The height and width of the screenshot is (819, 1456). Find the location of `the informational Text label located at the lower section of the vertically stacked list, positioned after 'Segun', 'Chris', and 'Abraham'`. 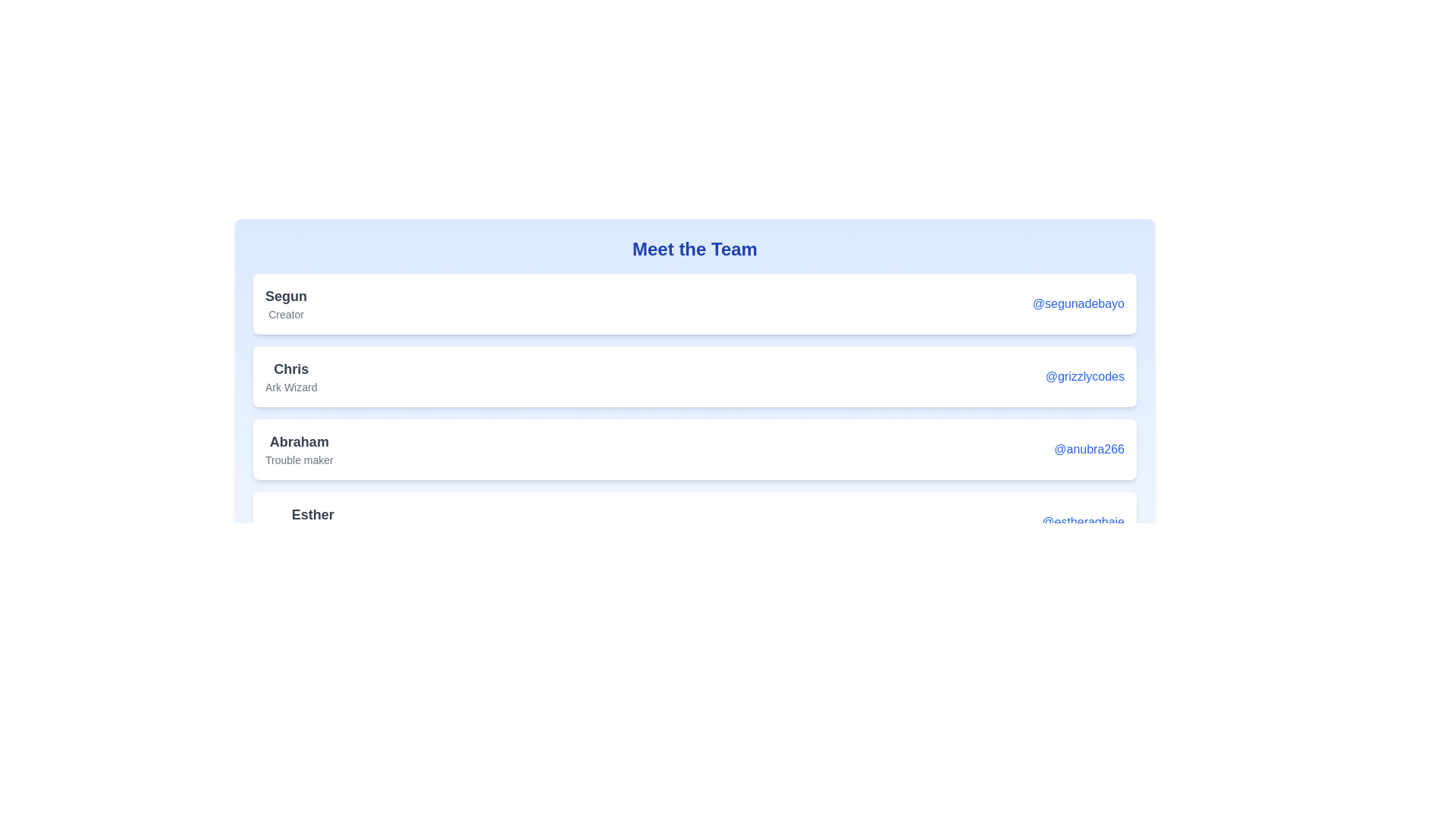

the informational Text label located at the lower section of the vertically stacked list, positioned after 'Segun', 'Chris', and 'Abraham' is located at coordinates (312, 522).